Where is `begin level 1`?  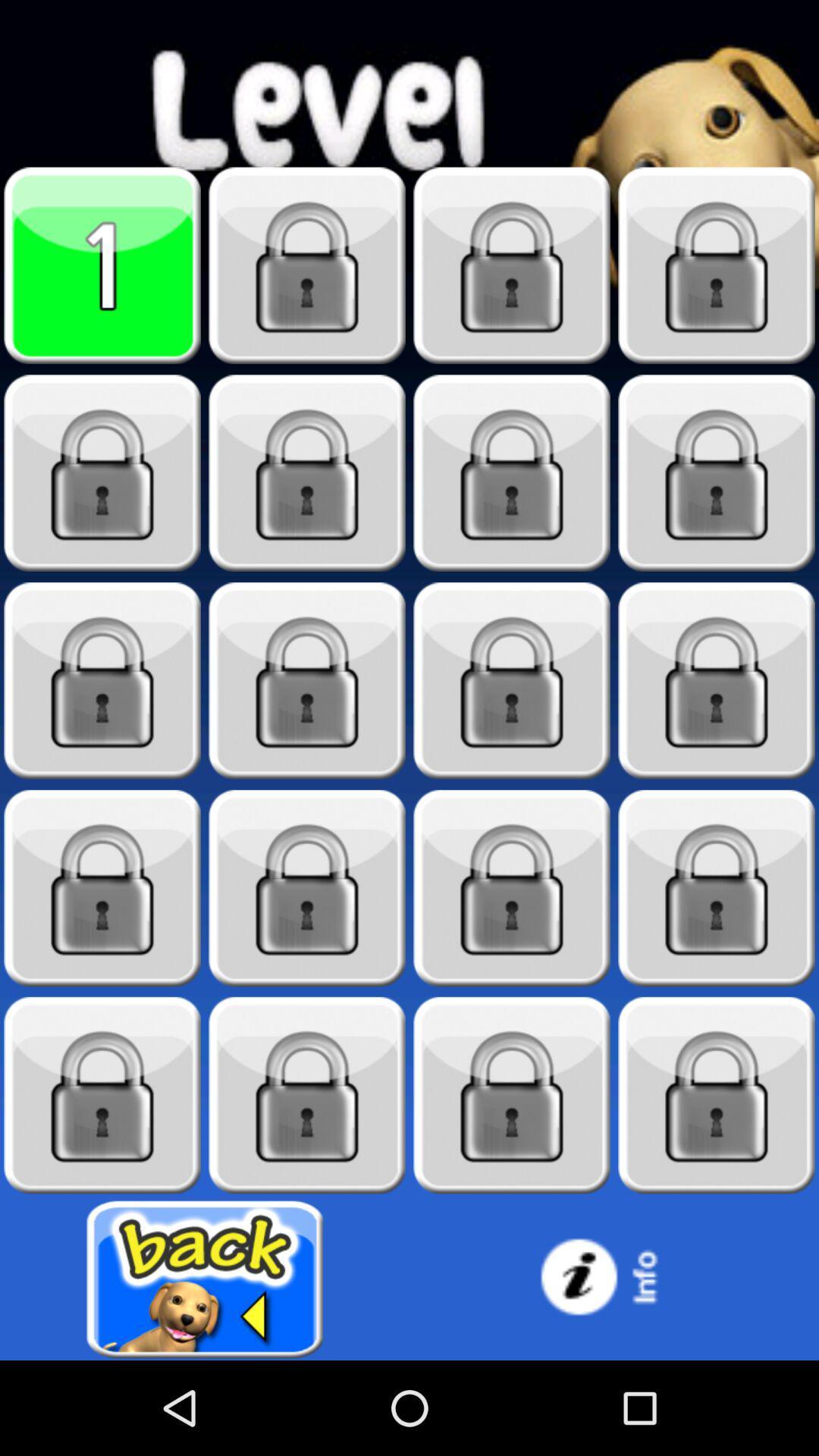
begin level 1 is located at coordinates (102, 265).